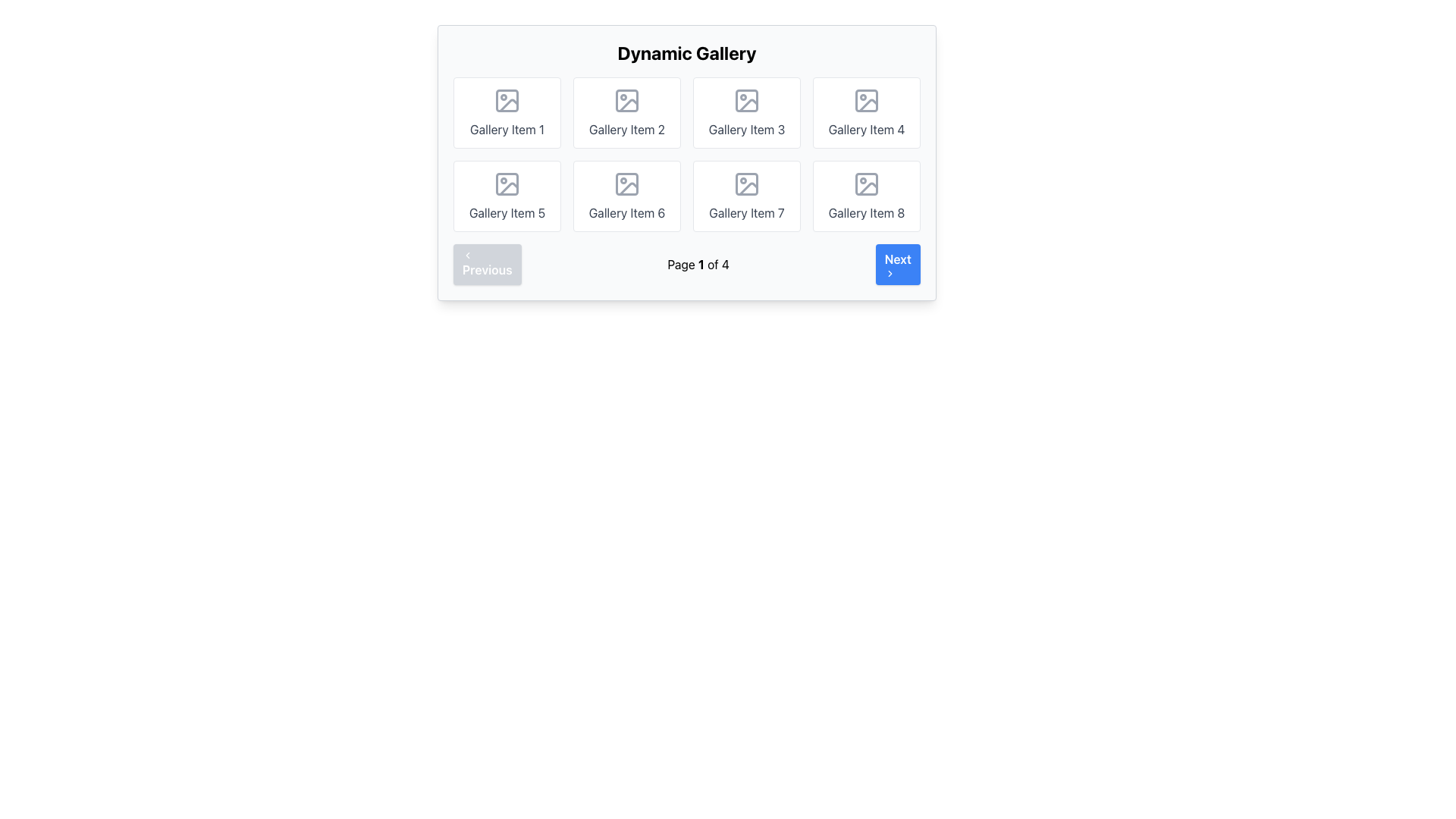 Image resolution: width=1456 pixels, height=819 pixels. What do you see at coordinates (746, 112) in the screenshot?
I see `the gallery item card displaying a placeholder image and associated text, located in the first row, third column of the grid layout` at bounding box center [746, 112].